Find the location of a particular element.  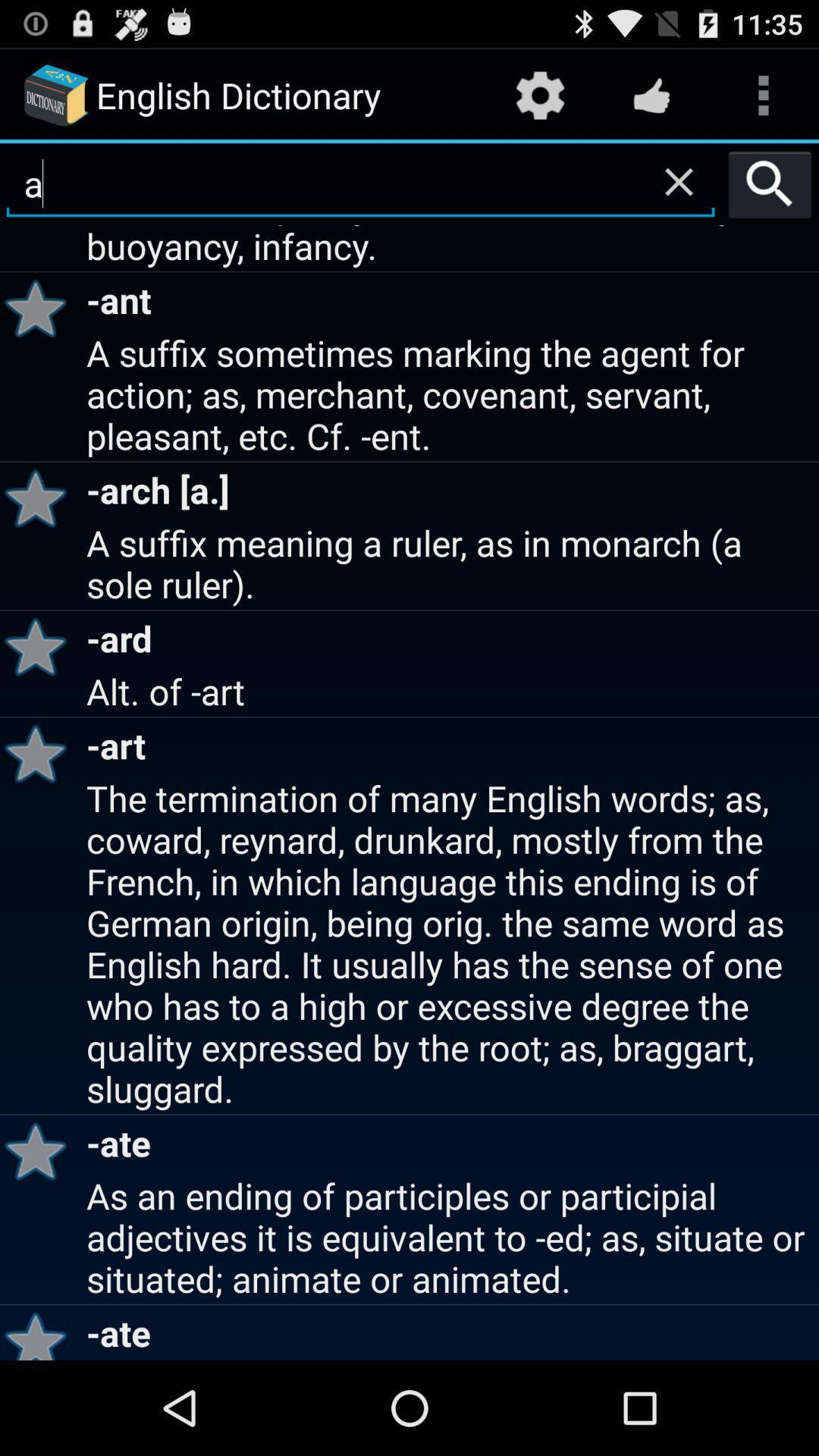

item to the left of the a suffix meaning app is located at coordinates (40, 646).